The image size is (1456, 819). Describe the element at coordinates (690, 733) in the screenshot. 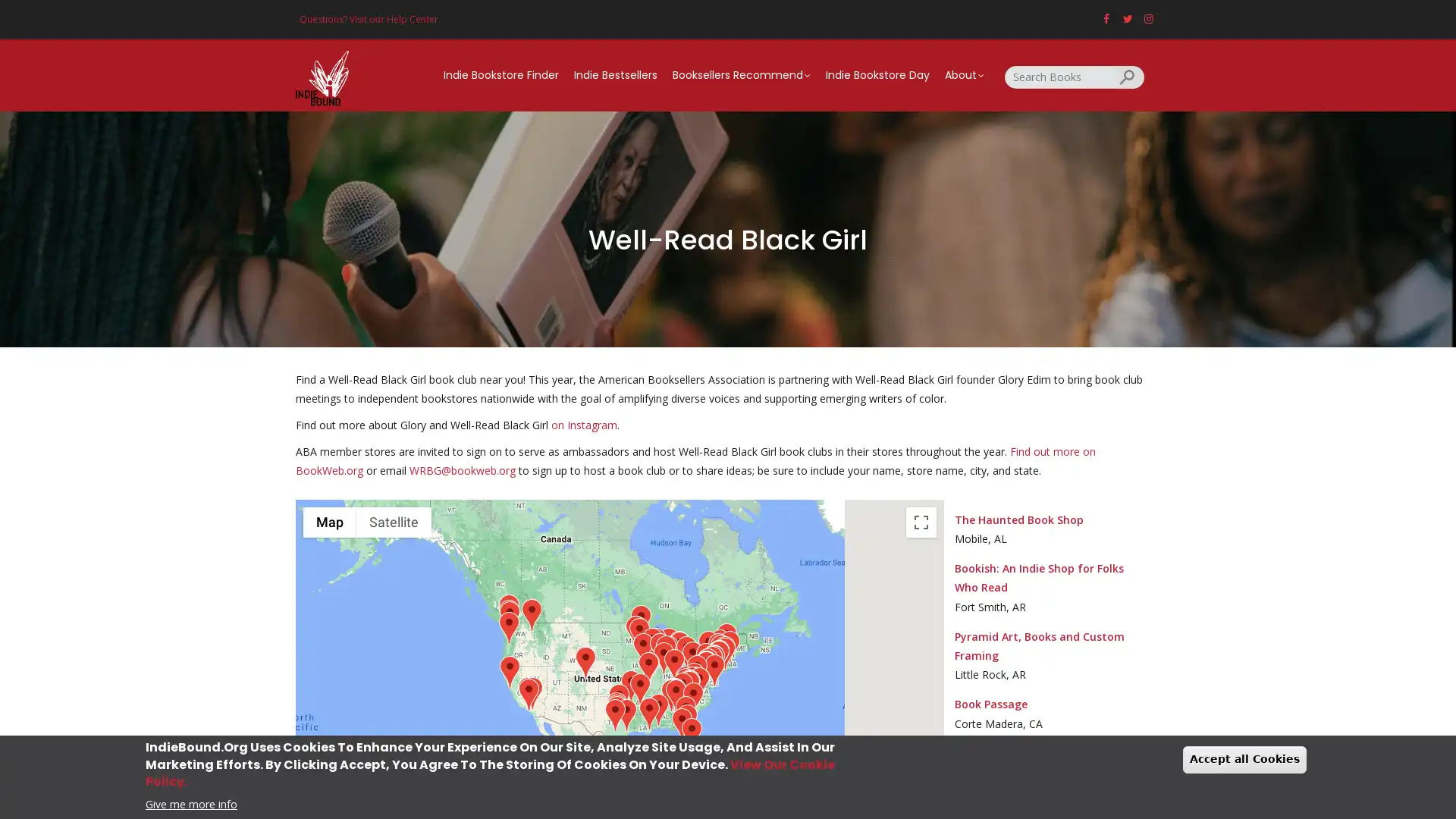

I see `Books & Books` at that location.